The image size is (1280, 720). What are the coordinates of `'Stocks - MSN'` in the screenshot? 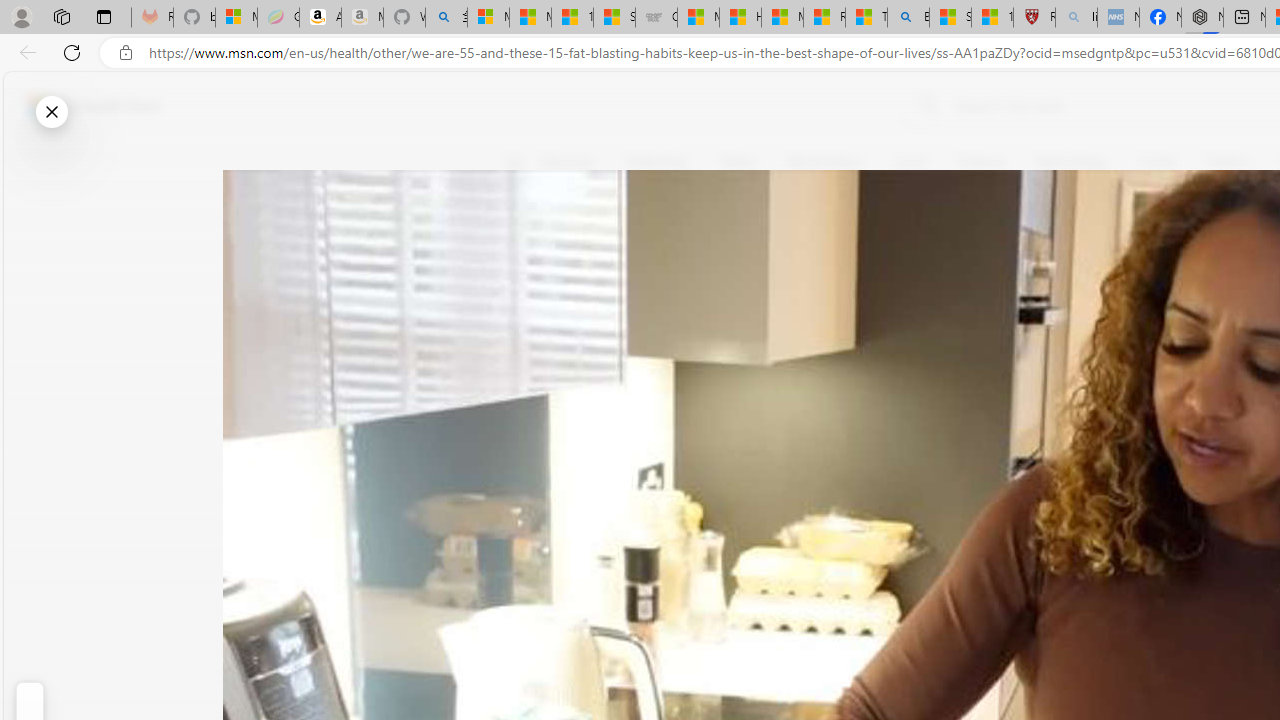 It's located at (613, 17).